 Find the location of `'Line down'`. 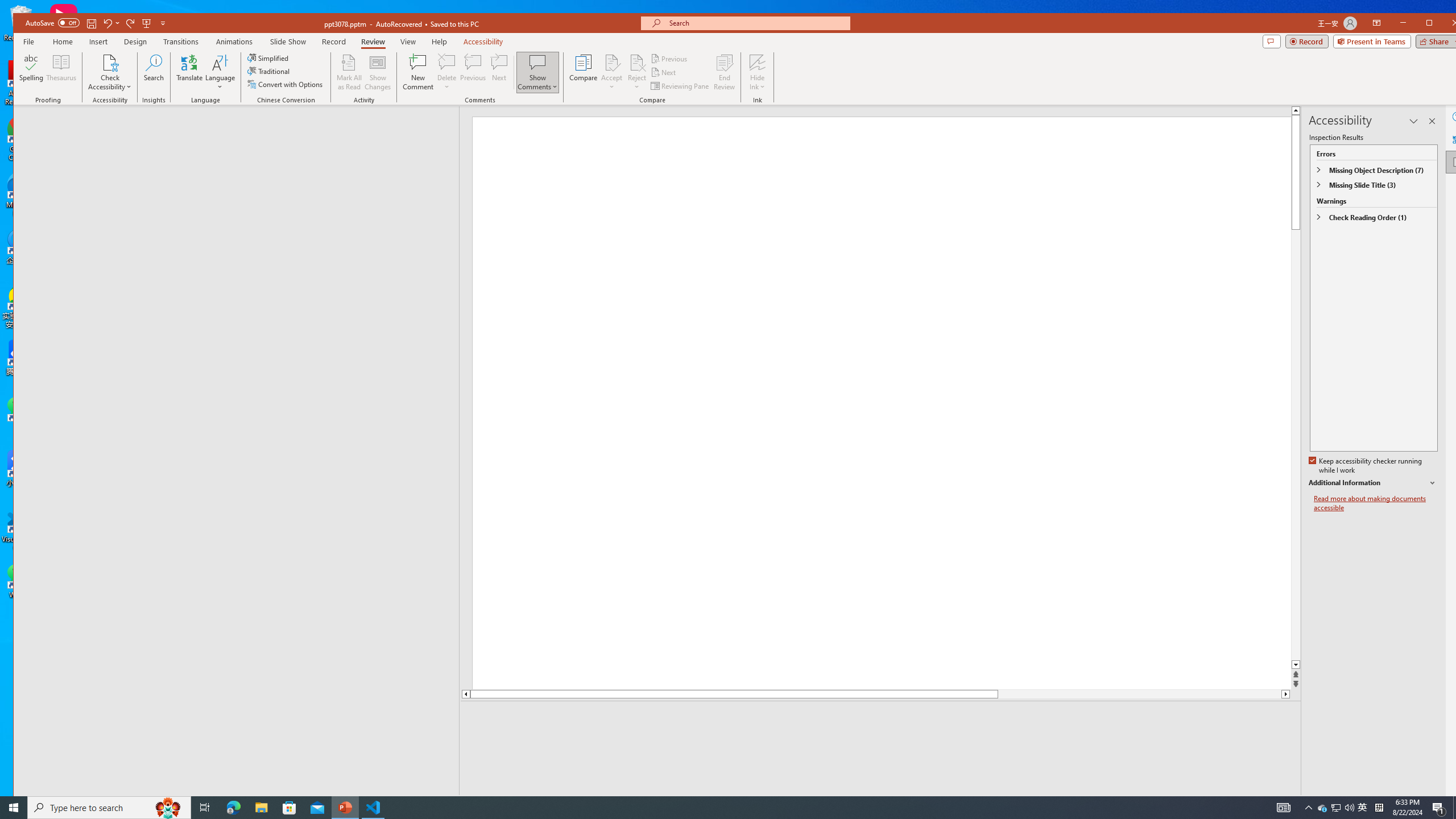

'Line down' is located at coordinates (1286, 693).